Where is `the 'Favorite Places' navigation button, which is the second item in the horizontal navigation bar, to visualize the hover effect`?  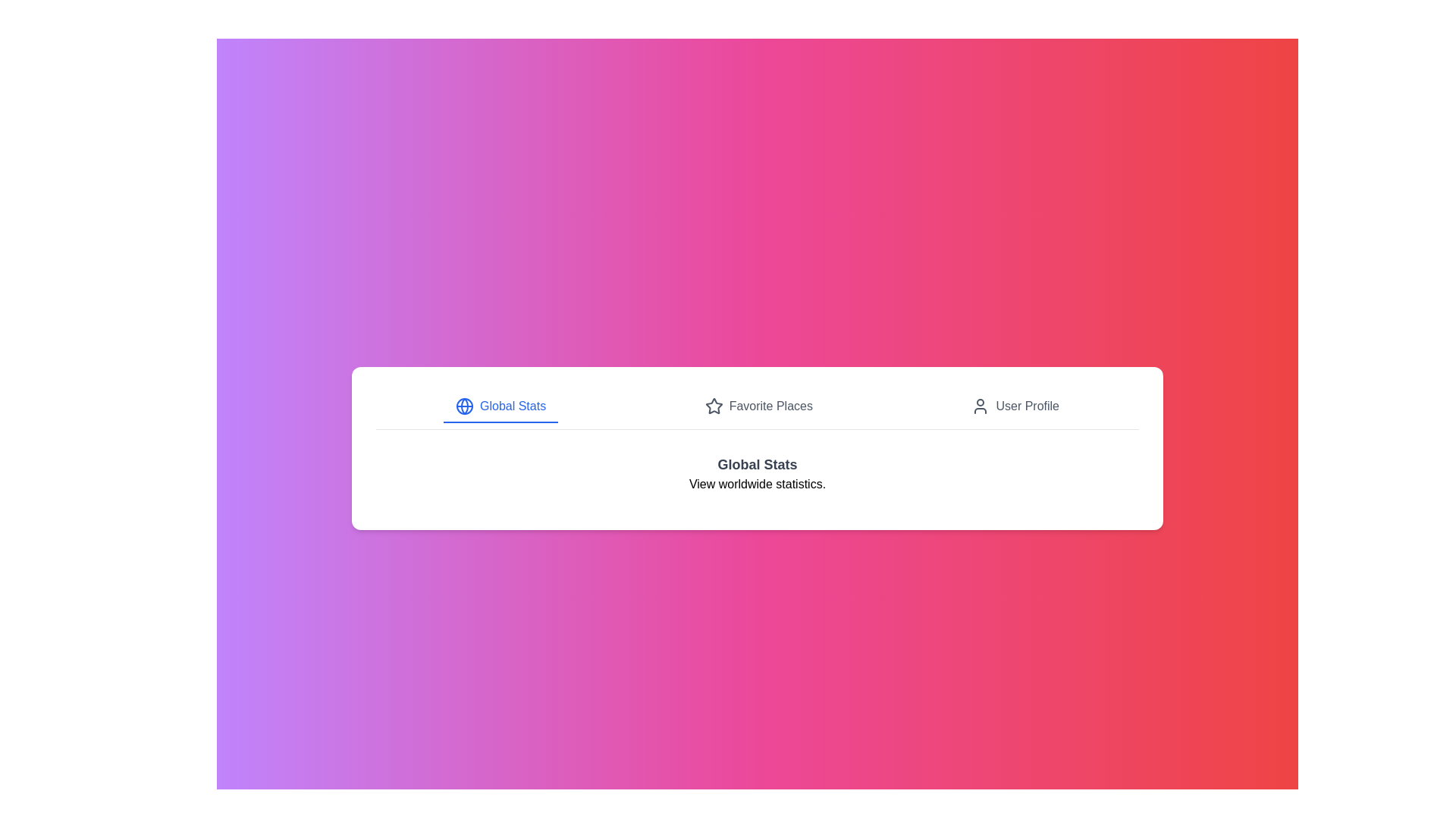
the 'Favorite Places' navigation button, which is the second item in the horizontal navigation bar, to visualize the hover effect is located at coordinates (758, 406).